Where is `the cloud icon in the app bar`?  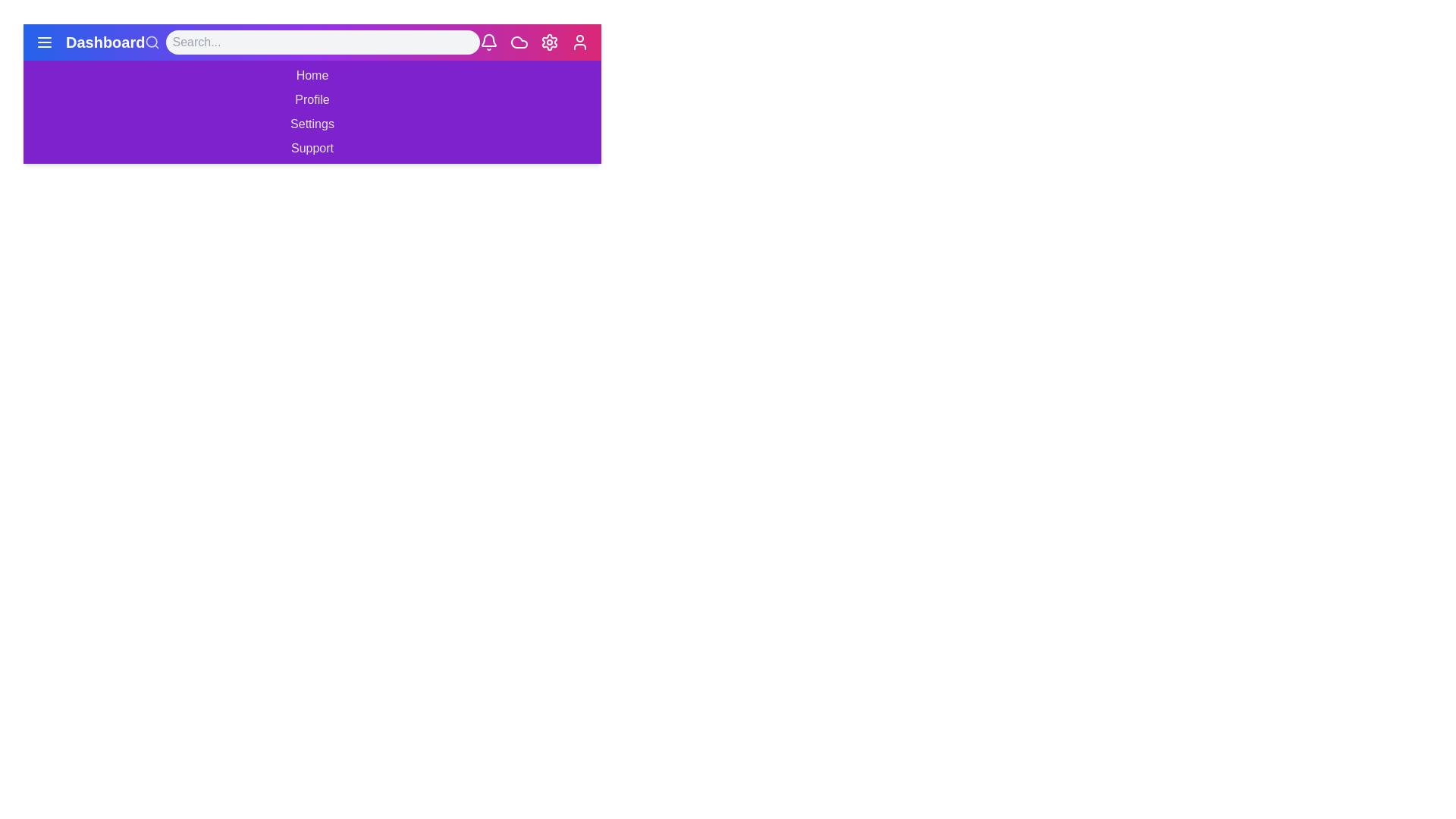
the cloud icon in the app bar is located at coordinates (519, 42).